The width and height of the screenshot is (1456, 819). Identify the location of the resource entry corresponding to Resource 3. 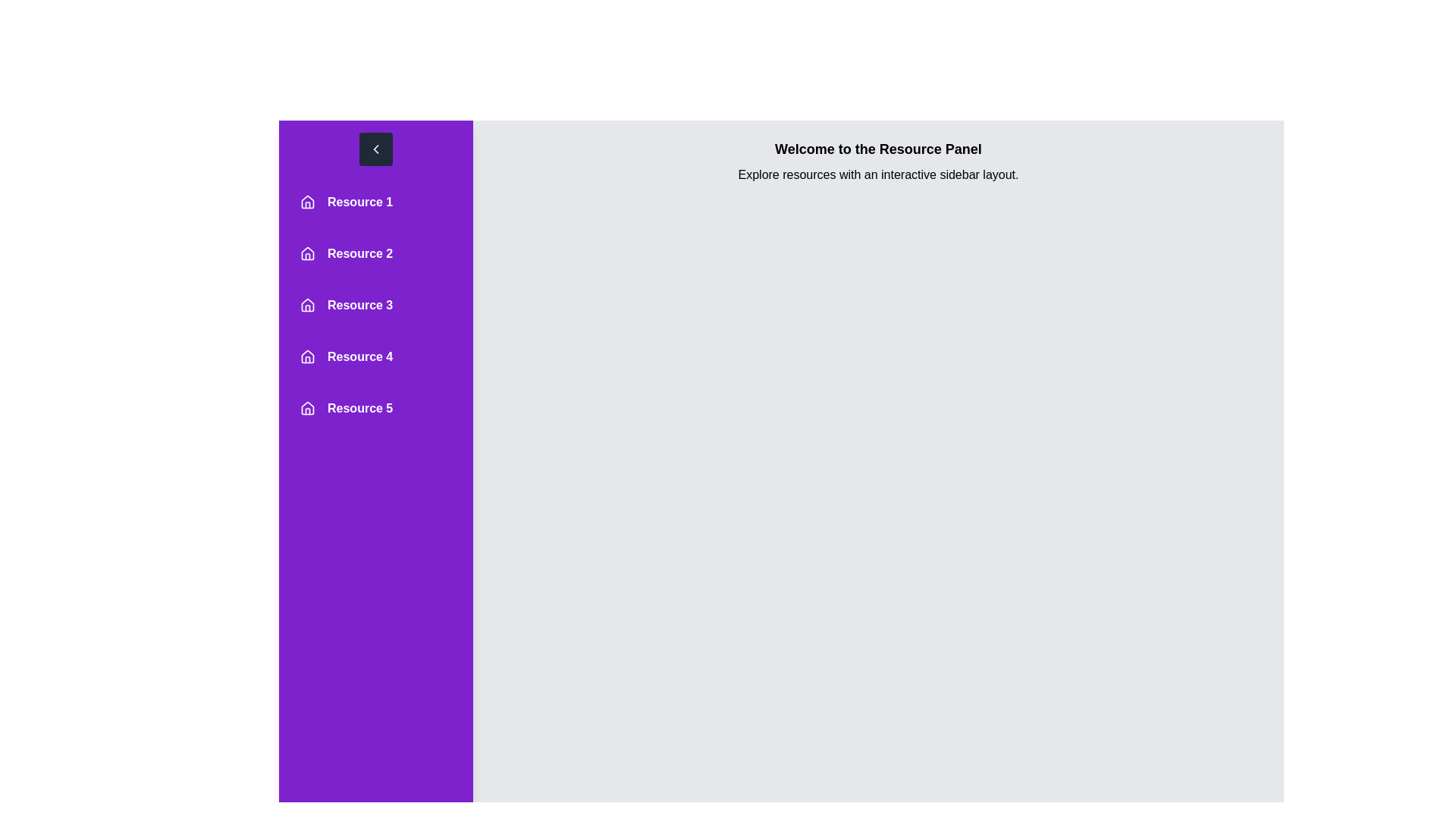
(375, 305).